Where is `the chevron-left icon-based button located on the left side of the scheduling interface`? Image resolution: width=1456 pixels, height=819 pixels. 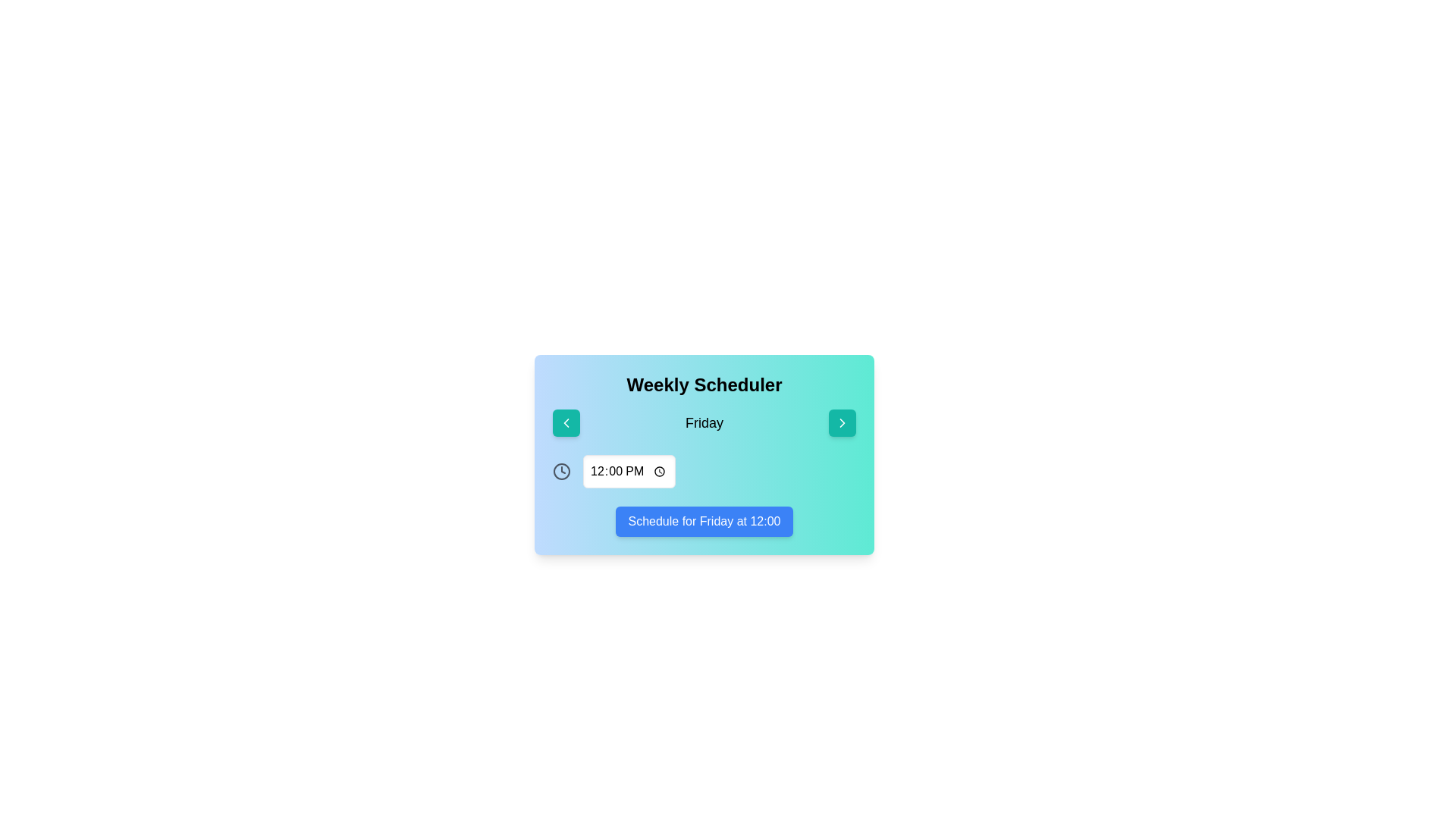
the chevron-left icon-based button located on the left side of the scheduling interface is located at coordinates (566, 423).